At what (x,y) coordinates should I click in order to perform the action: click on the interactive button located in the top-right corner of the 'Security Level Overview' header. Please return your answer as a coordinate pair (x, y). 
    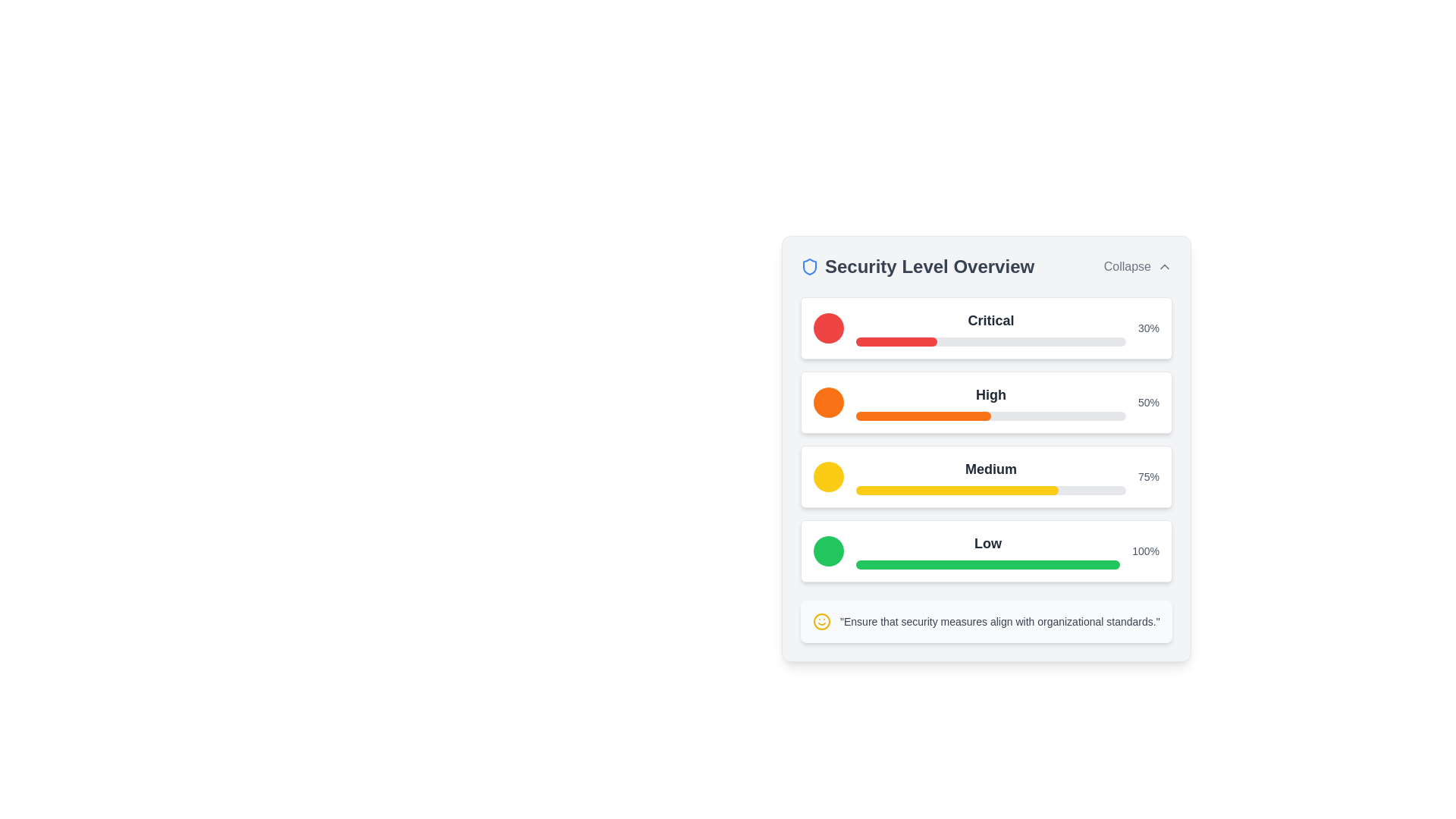
    Looking at the image, I should click on (1137, 265).